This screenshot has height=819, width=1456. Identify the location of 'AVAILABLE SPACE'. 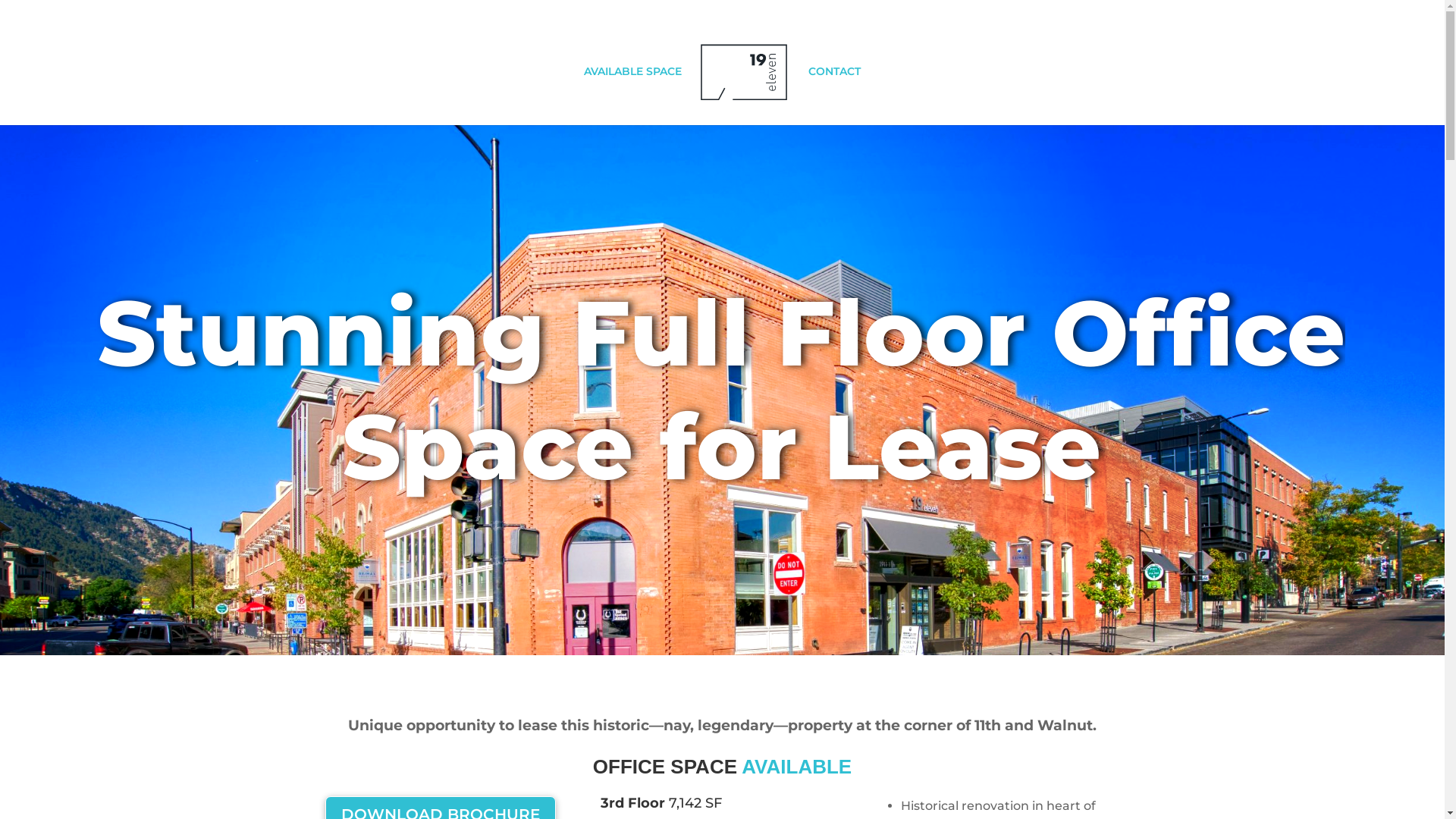
(582, 96).